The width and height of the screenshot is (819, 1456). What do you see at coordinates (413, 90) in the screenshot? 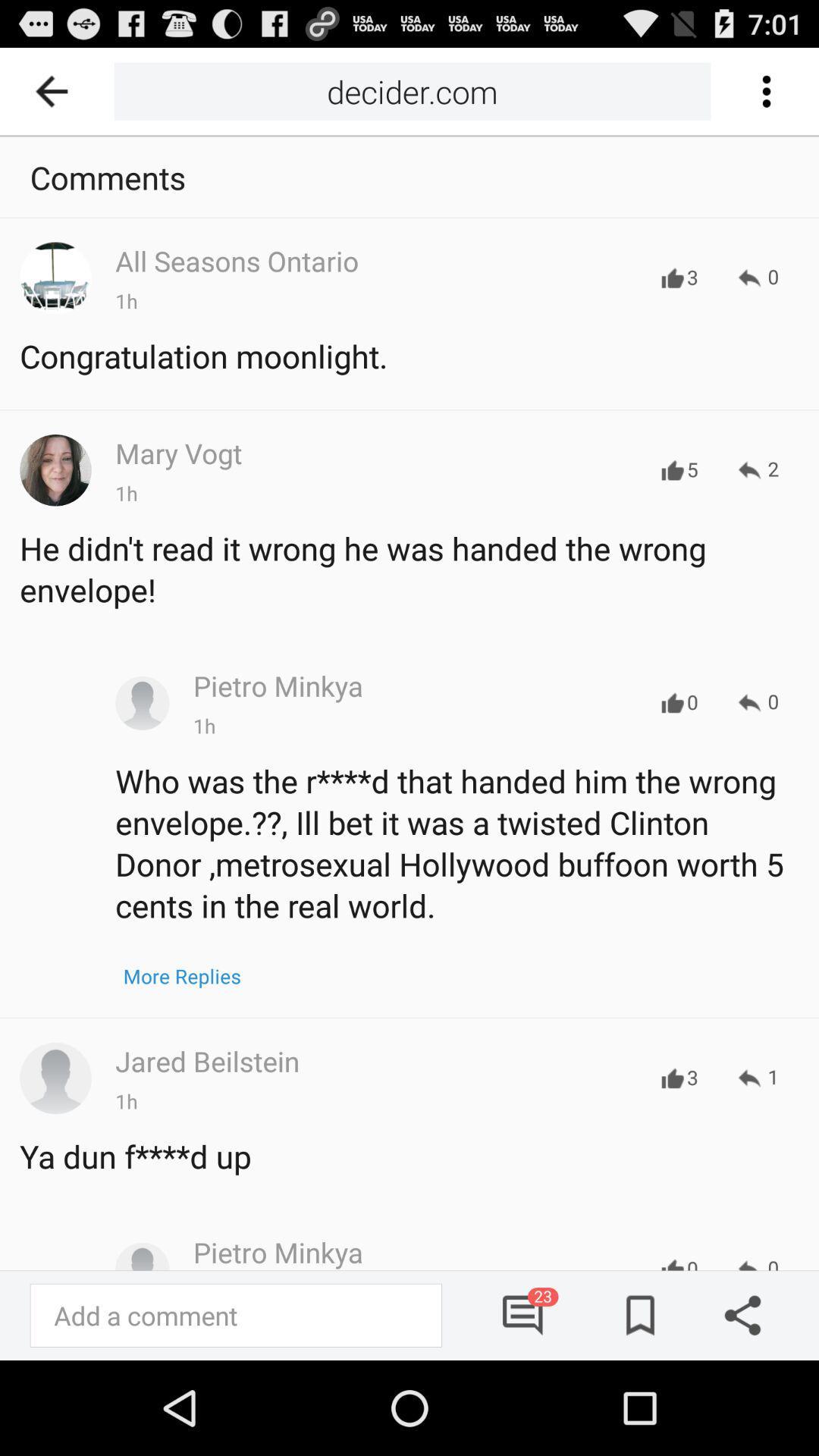
I see `icon next to the   icon` at bounding box center [413, 90].